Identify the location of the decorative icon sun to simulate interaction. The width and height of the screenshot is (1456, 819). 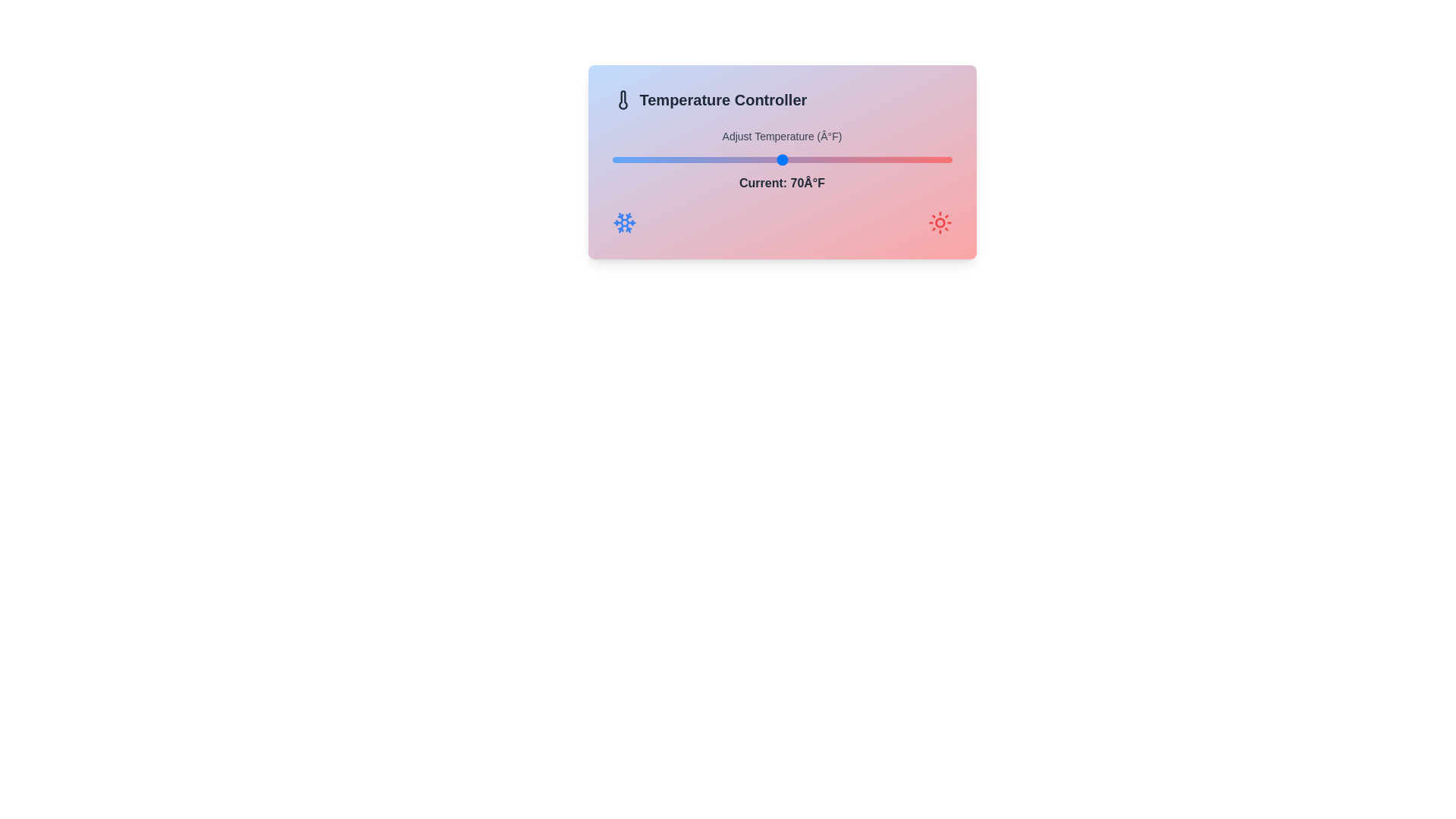
(939, 222).